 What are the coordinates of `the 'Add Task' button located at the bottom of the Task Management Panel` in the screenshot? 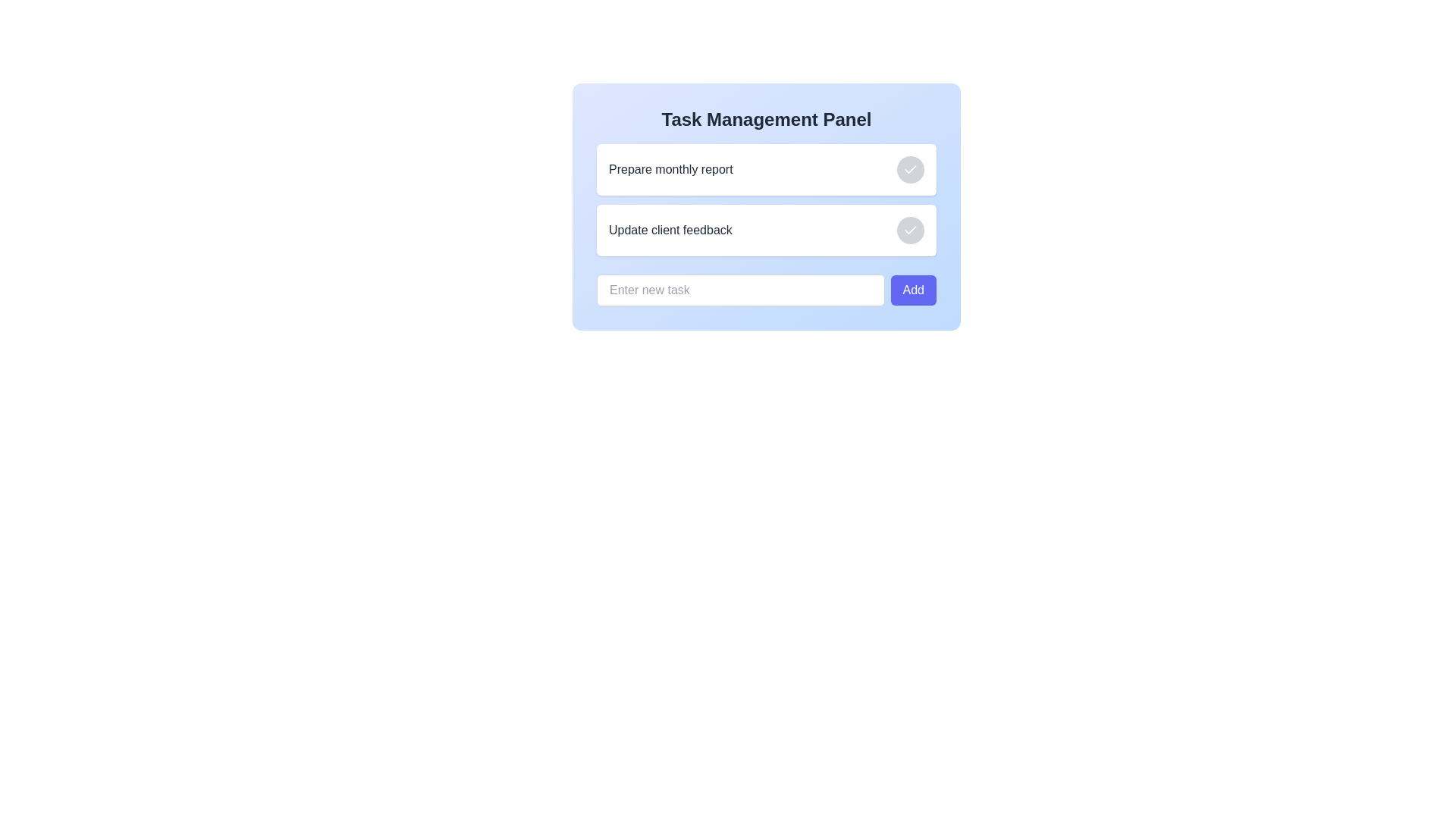 It's located at (912, 290).